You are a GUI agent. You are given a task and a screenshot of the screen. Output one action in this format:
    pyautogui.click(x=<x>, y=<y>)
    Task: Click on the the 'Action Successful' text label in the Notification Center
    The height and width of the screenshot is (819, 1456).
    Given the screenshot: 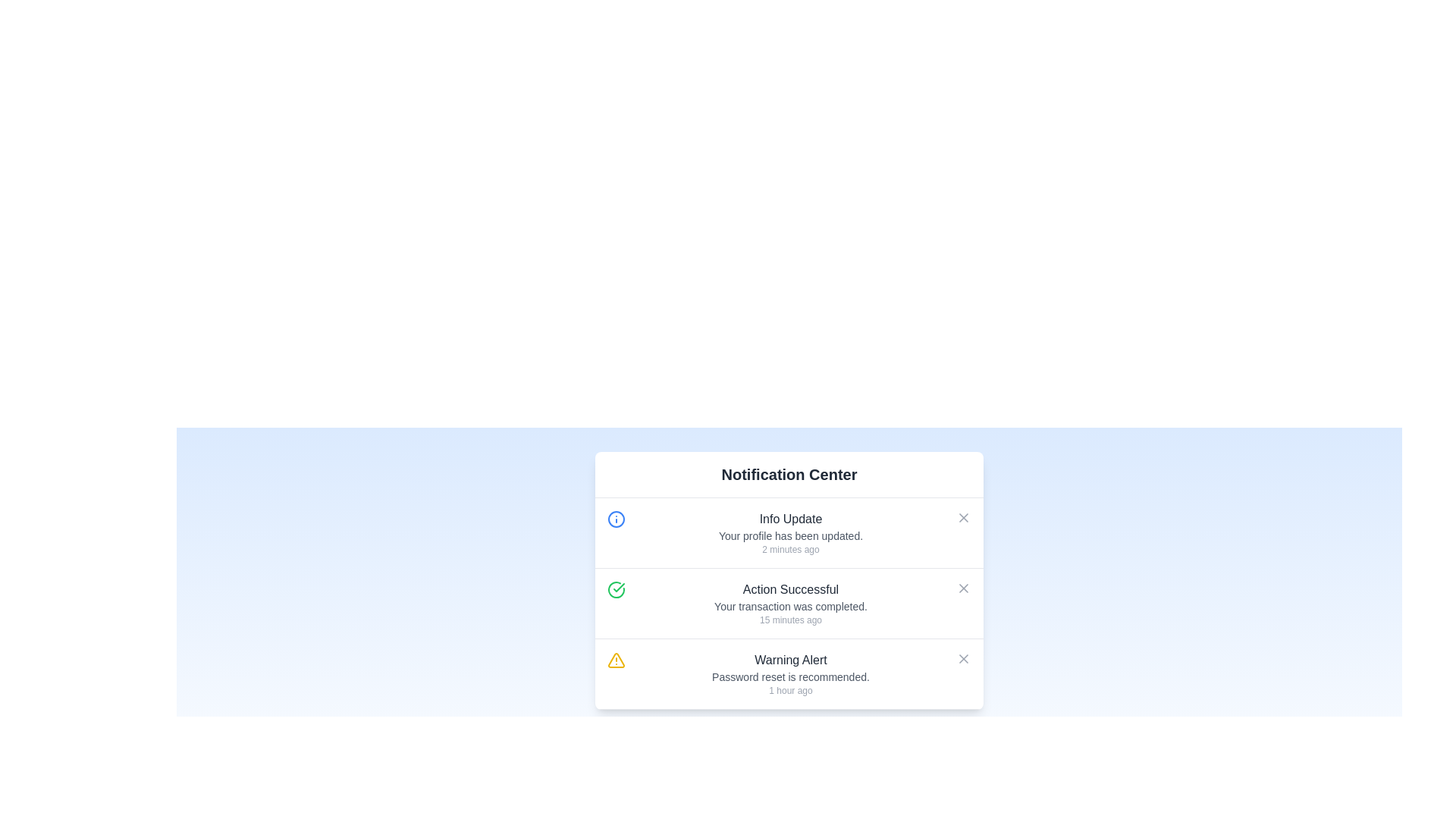 What is the action you would take?
    pyautogui.click(x=789, y=605)
    